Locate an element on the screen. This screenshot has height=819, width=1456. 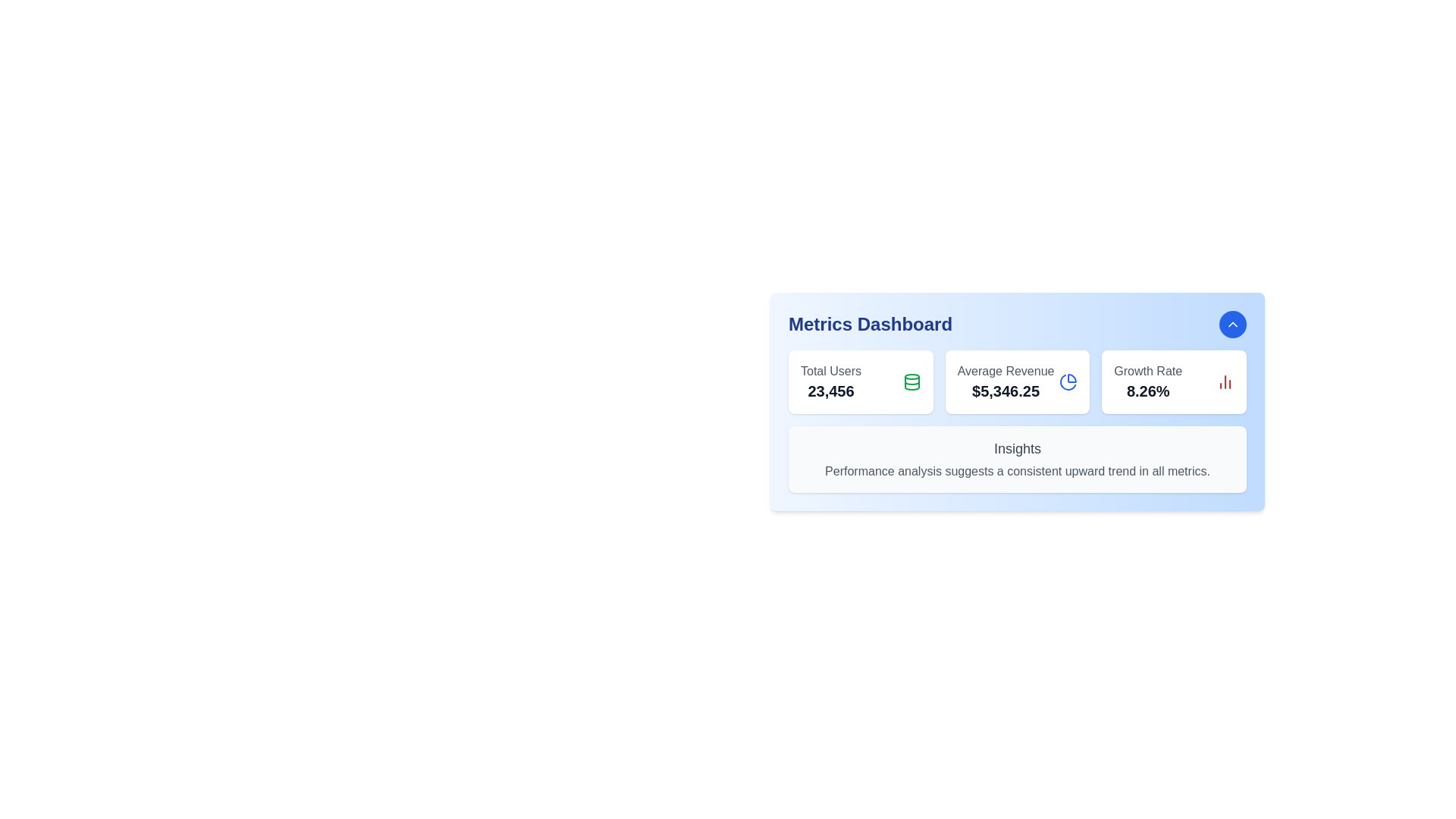
value displayed in the average revenue text element located in the metrics dashboard, which serves as a summary statistic is located at coordinates (1006, 391).